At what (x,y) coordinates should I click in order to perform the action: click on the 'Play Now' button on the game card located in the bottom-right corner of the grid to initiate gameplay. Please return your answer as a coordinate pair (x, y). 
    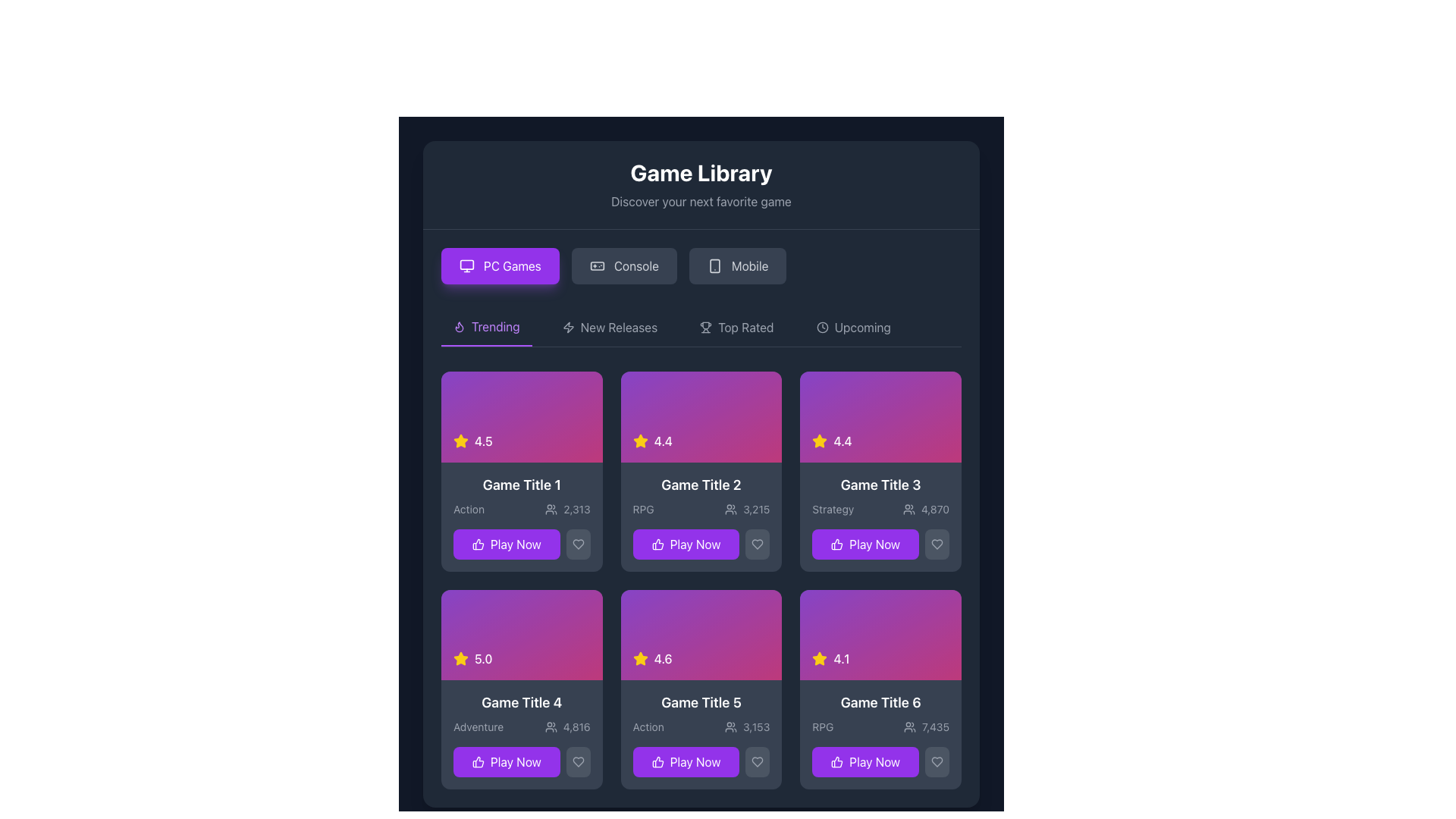
    Looking at the image, I should click on (880, 734).